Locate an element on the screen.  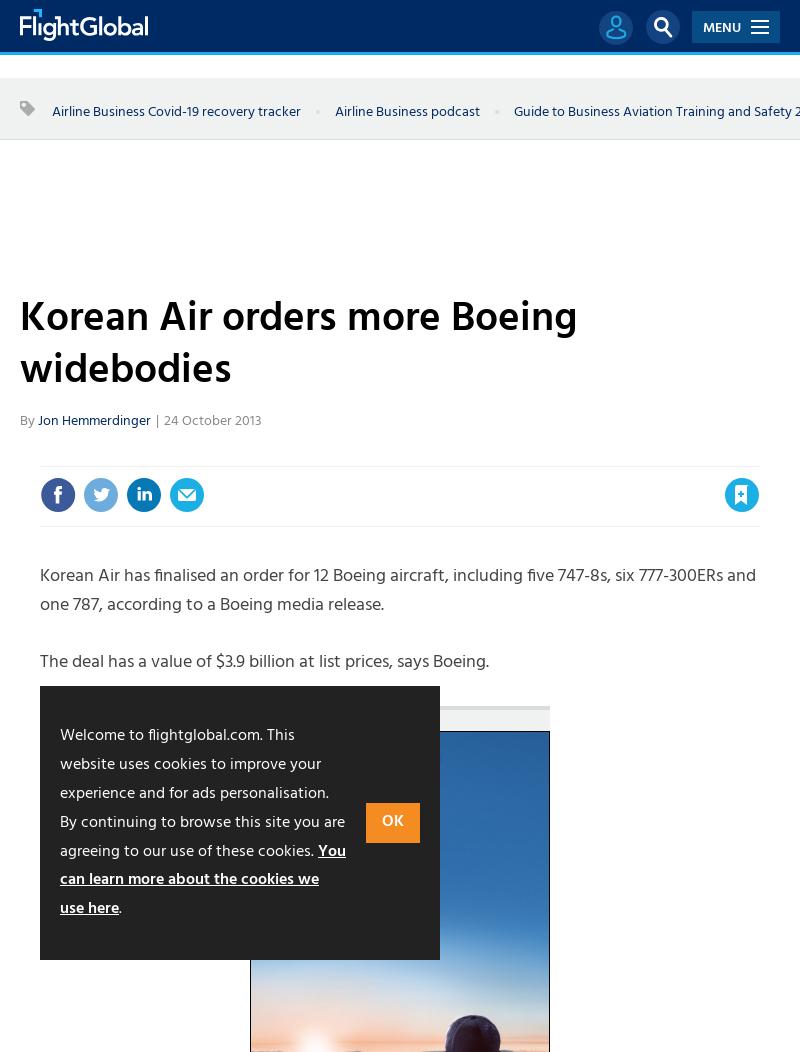
'You can learn more about the cookies we use here' is located at coordinates (202, 879).